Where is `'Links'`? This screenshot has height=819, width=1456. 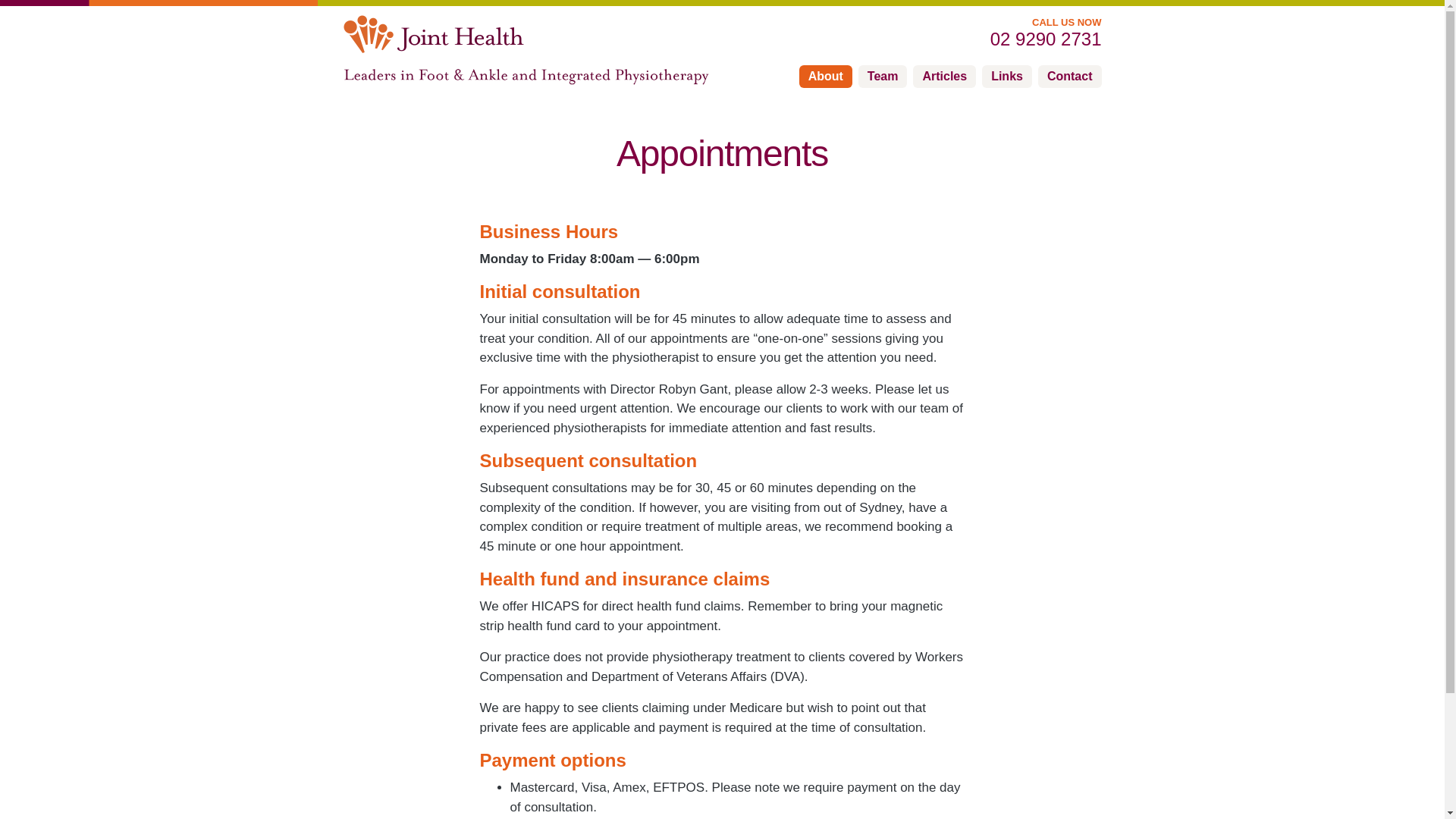
'Links' is located at coordinates (1007, 76).